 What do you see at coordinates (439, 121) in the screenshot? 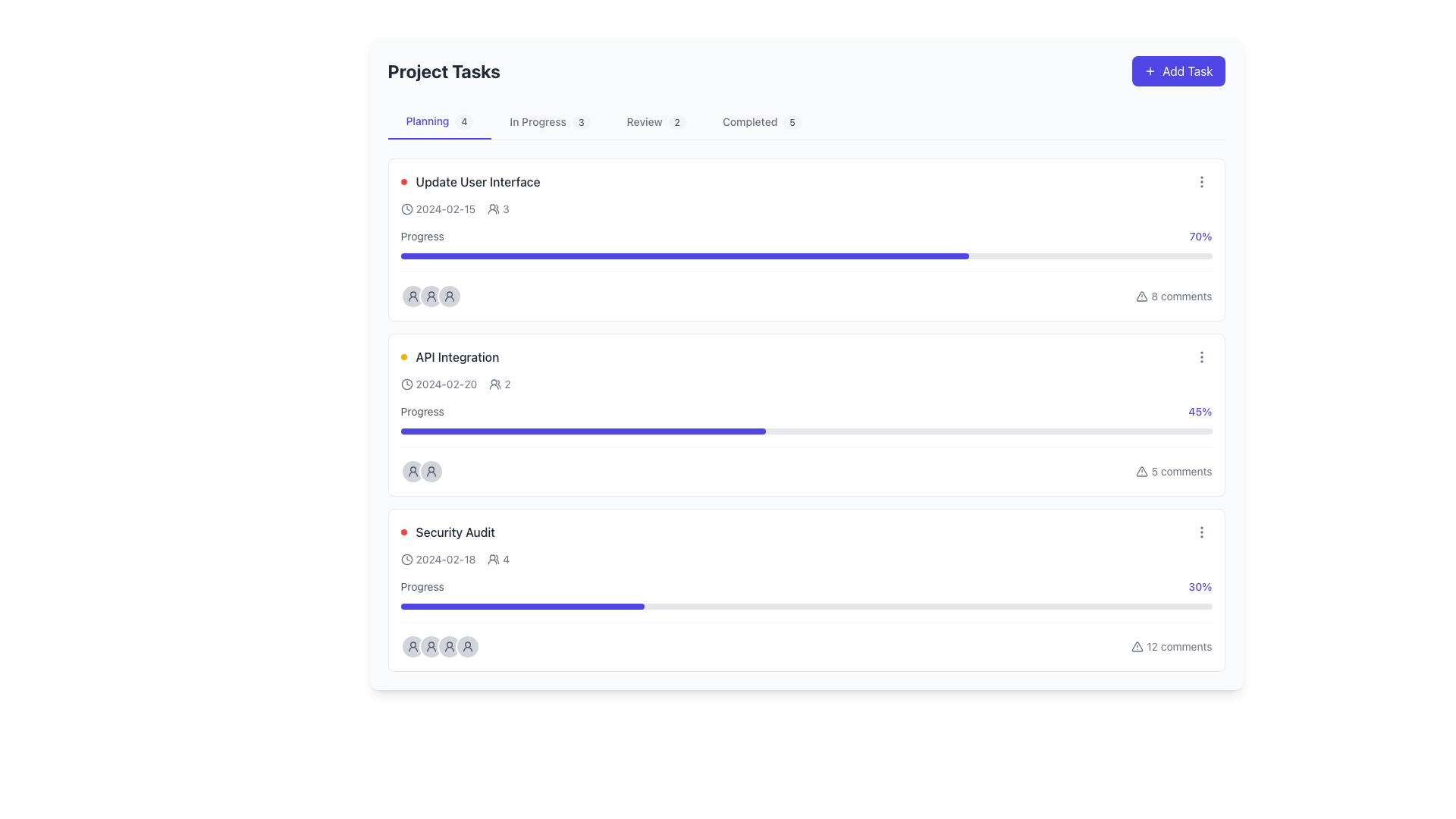
I see `the 'Planning' tab in the horizontal navigation bar, which is the first tab and has a circular badge with the number '4'` at bounding box center [439, 121].